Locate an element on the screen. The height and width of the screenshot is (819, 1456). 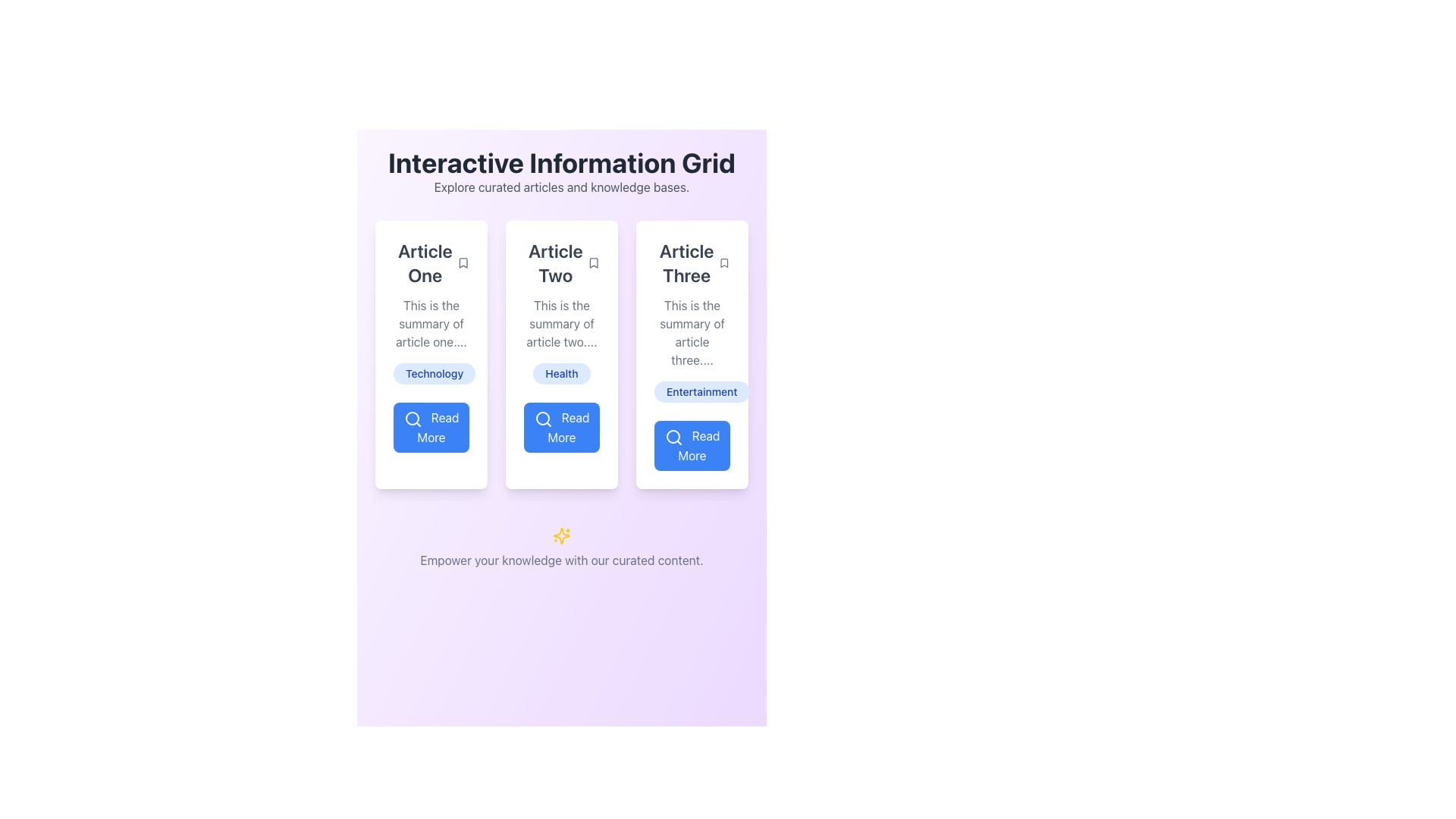
the button located beneath the 'Article Two' section and directly below the 'Health' tag to change its appearance is located at coordinates (560, 427).